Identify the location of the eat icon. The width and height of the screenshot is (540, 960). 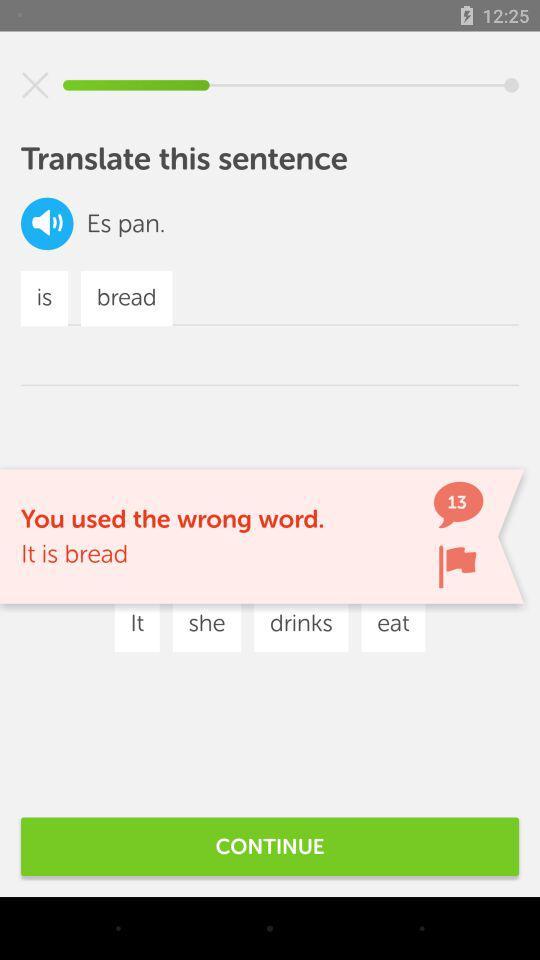
(393, 623).